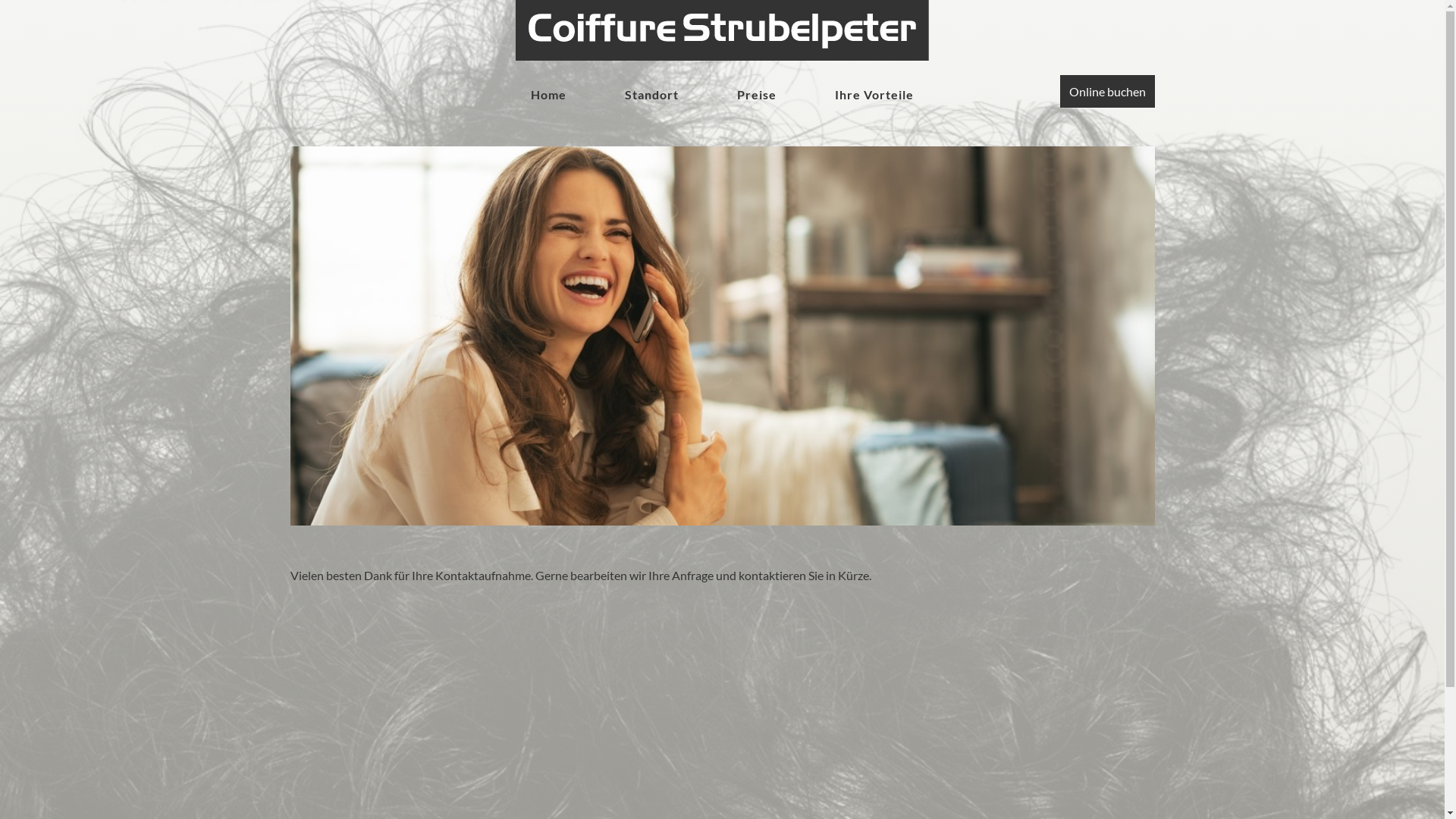 This screenshot has height=819, width=1456. Describe the element at coordinates (548, 94) in the screenshot. I see `'Home'` at that location.